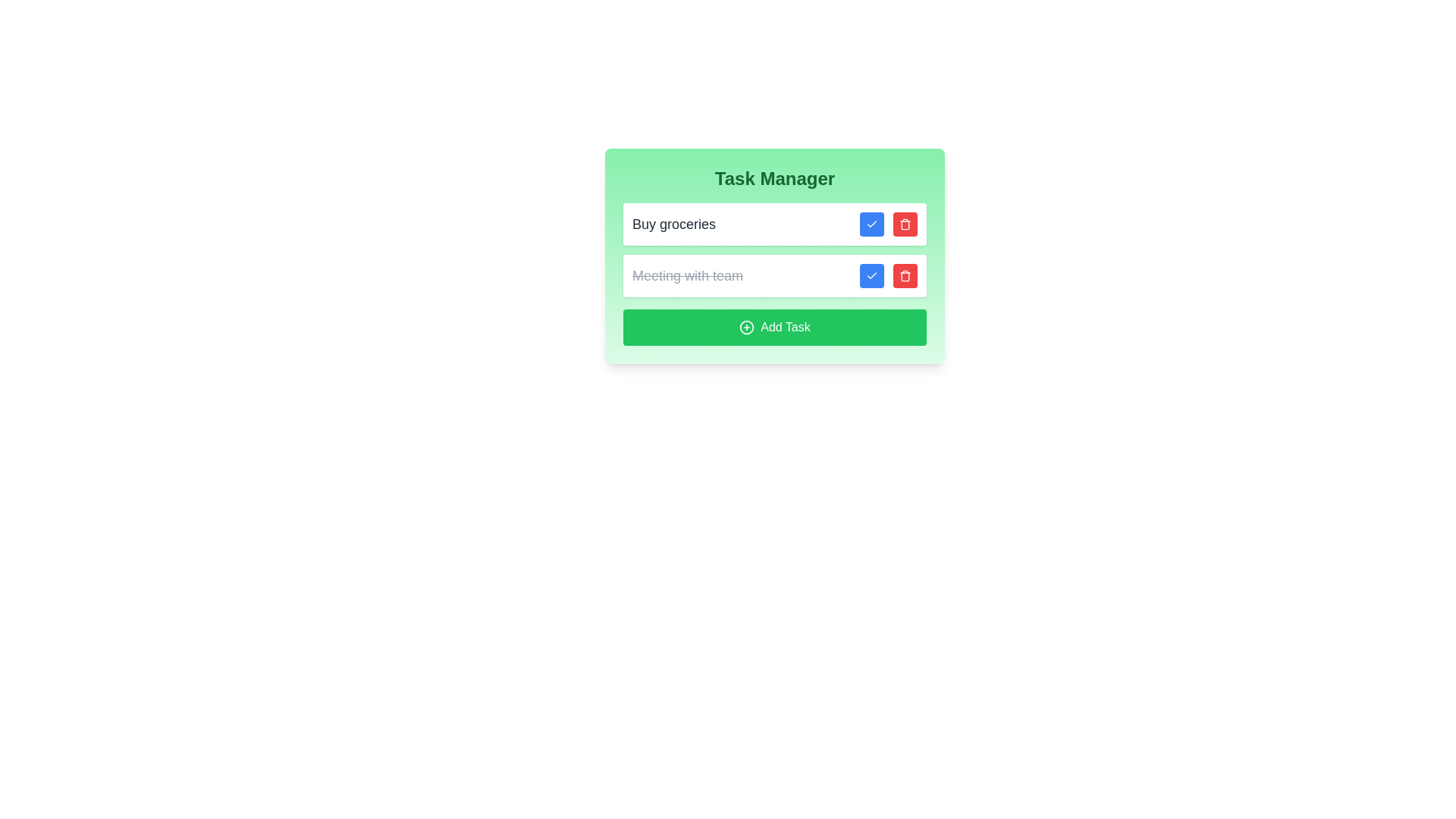 This screenshot has width=1456, height=819. What do you see at coordinates (872, 275) in the screenshot?
I see `the square blue button with rounded edges that contains a white checkmark icon, located in the second row of interactive buttons, first button in its row` at bounding box center [872, 275].